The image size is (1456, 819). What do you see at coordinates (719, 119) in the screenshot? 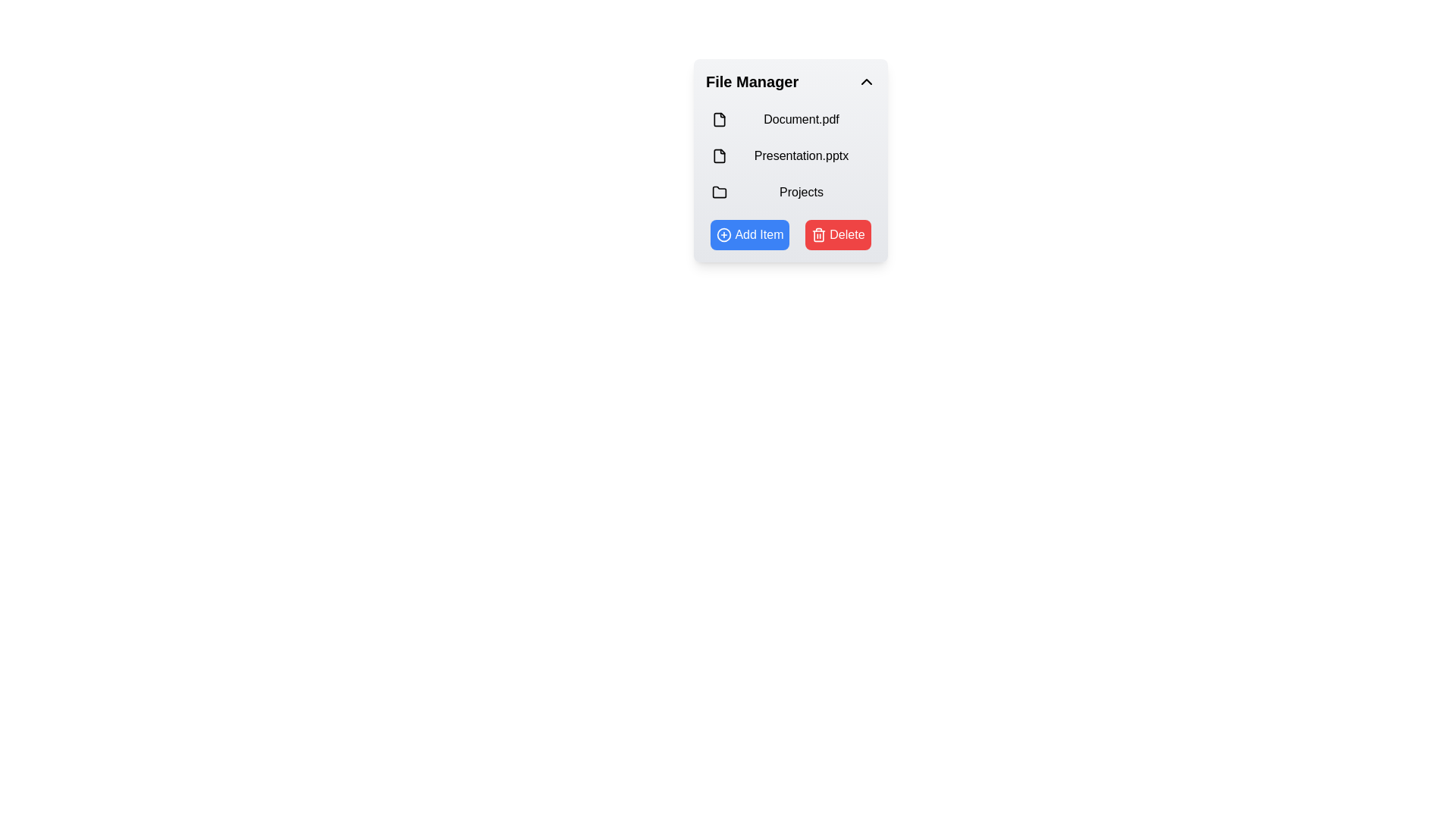
I see `the document file type icon located at the top of the file manager section, directly to the left of the text 'Document.pdf'` at bounding box center [719, 119].